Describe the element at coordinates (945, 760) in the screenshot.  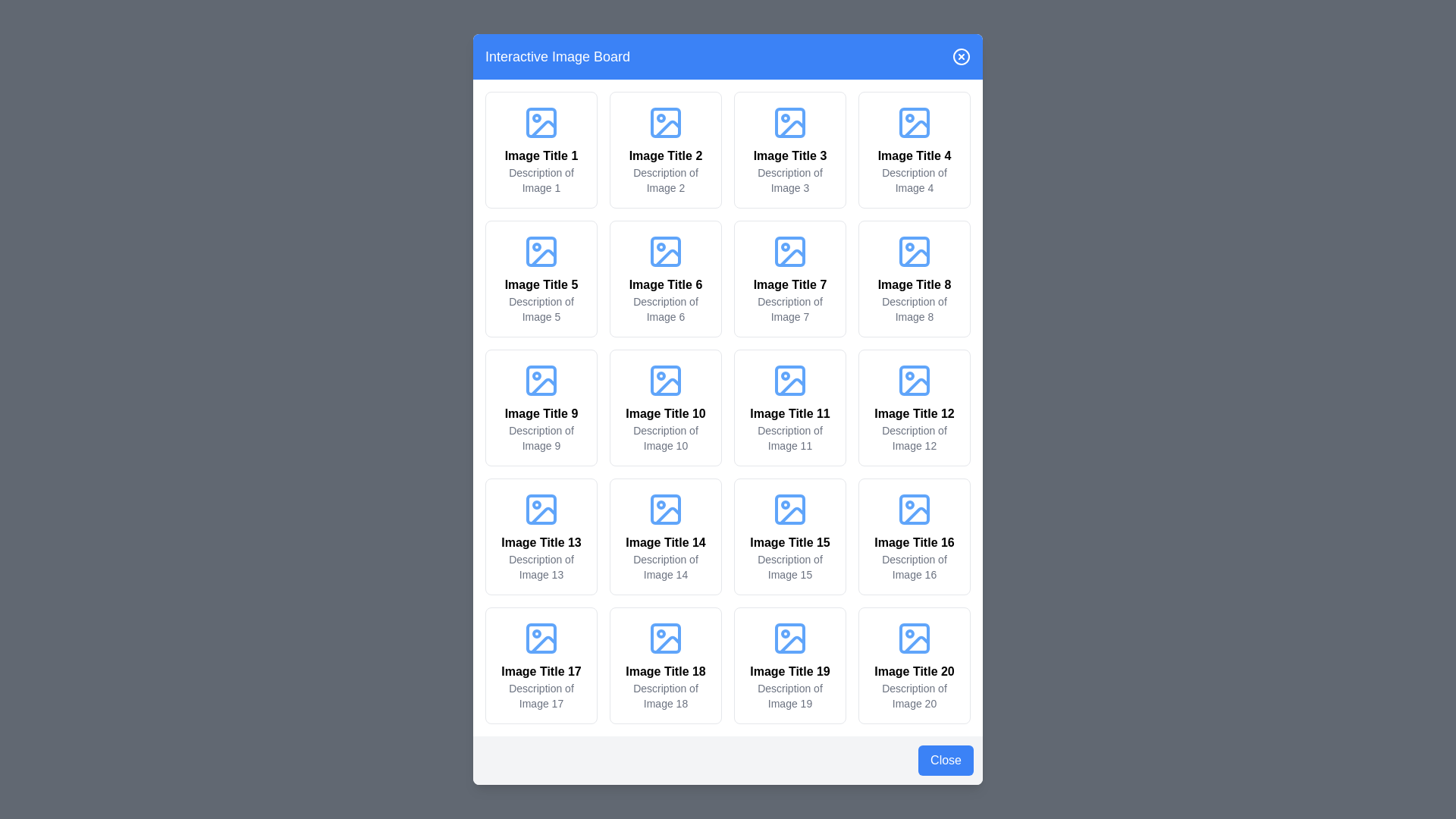
I see `close button at the bottom-right corner to dismiss the dialog` at that location.